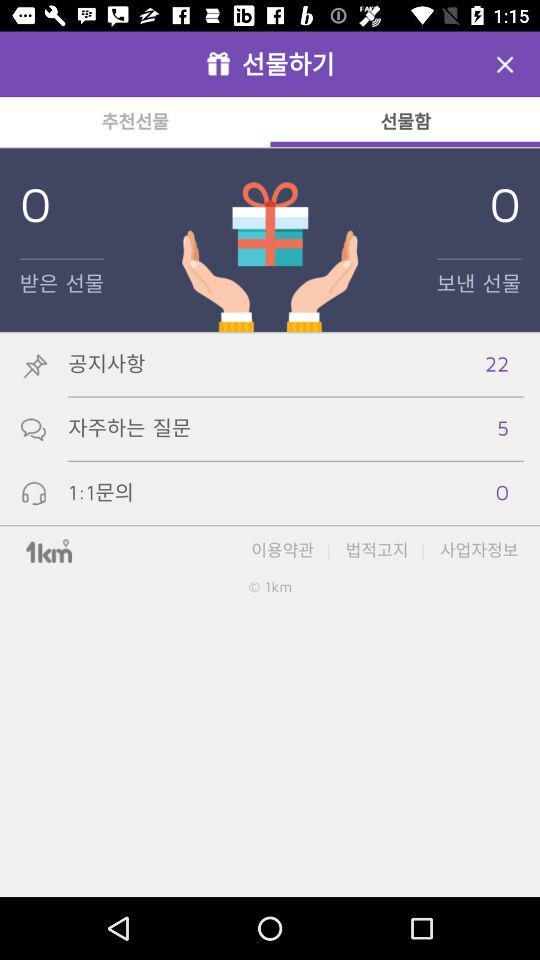 This screenshot has height=960, width=540. I want to click on close, so click(504, 64).